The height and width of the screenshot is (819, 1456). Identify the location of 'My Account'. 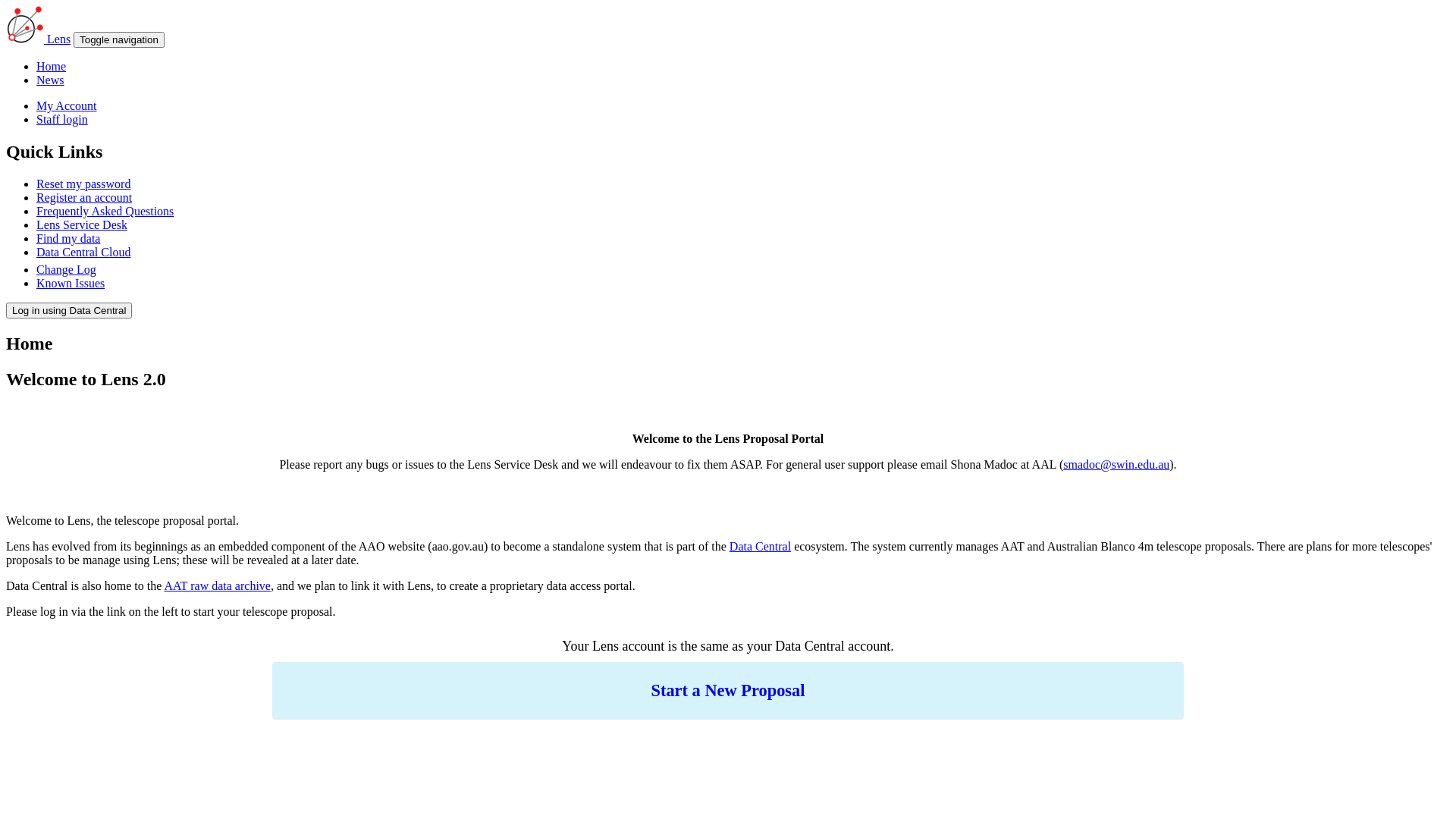
(65, 105).